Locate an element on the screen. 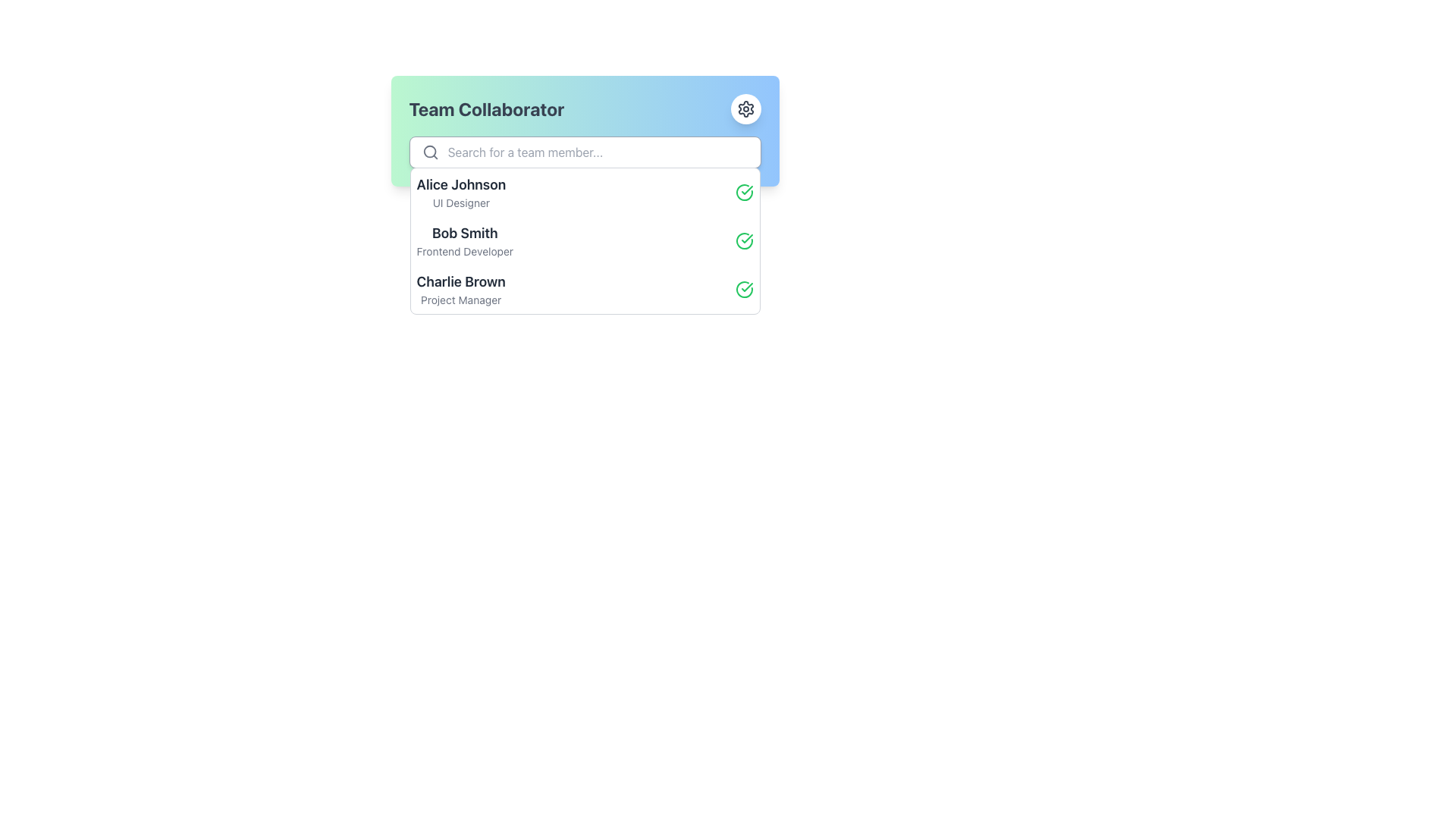 The height and width of the screenshot is (819, 1456). the first user option 'Alice Johnson' in the dropdown menu is located at coordinates (584, 192).